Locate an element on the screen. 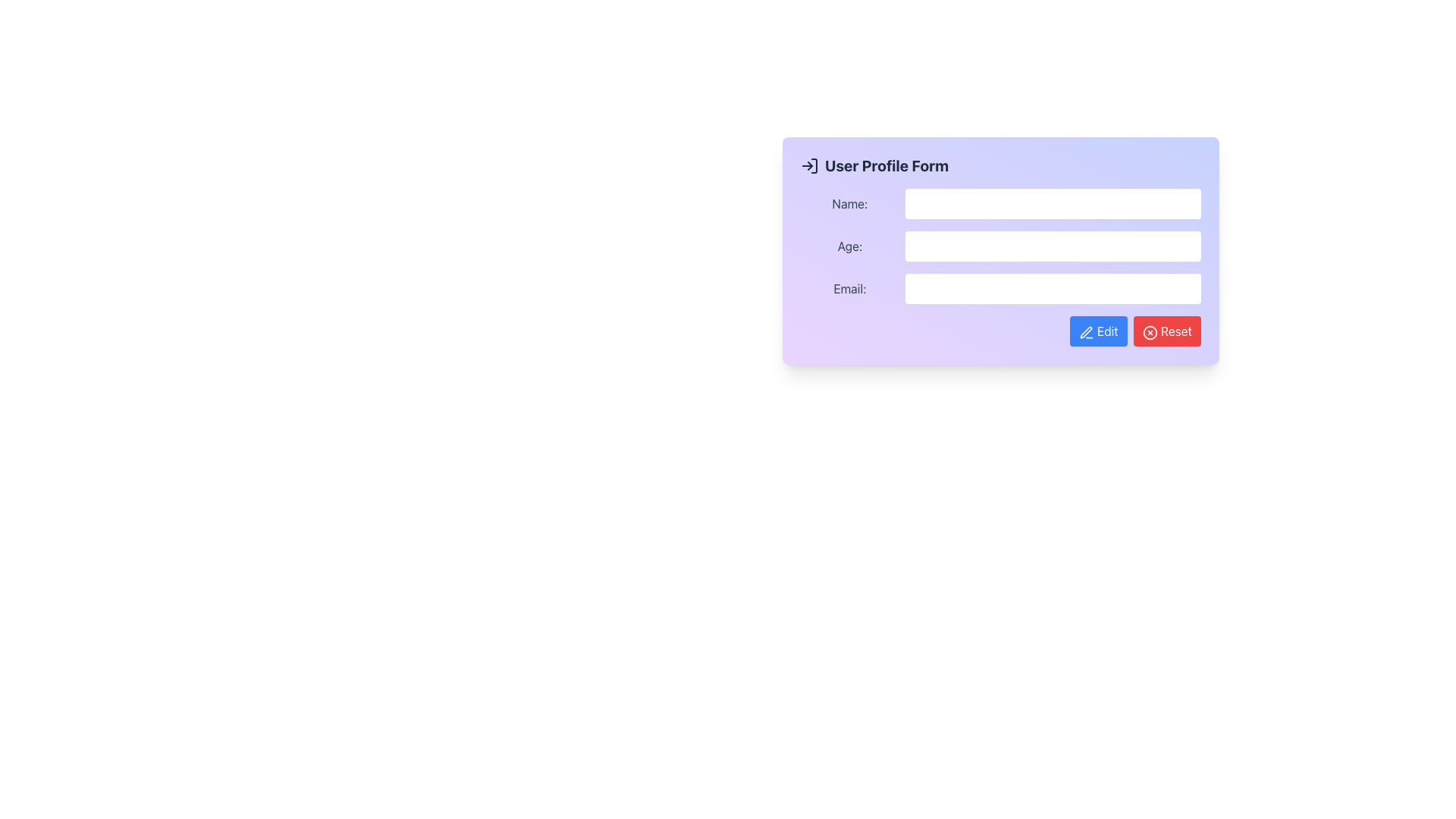  text of the label indicating the email input field, which is positioned above the email input in the bottom-left section of the user profile form is located at coordinates (849, 289).